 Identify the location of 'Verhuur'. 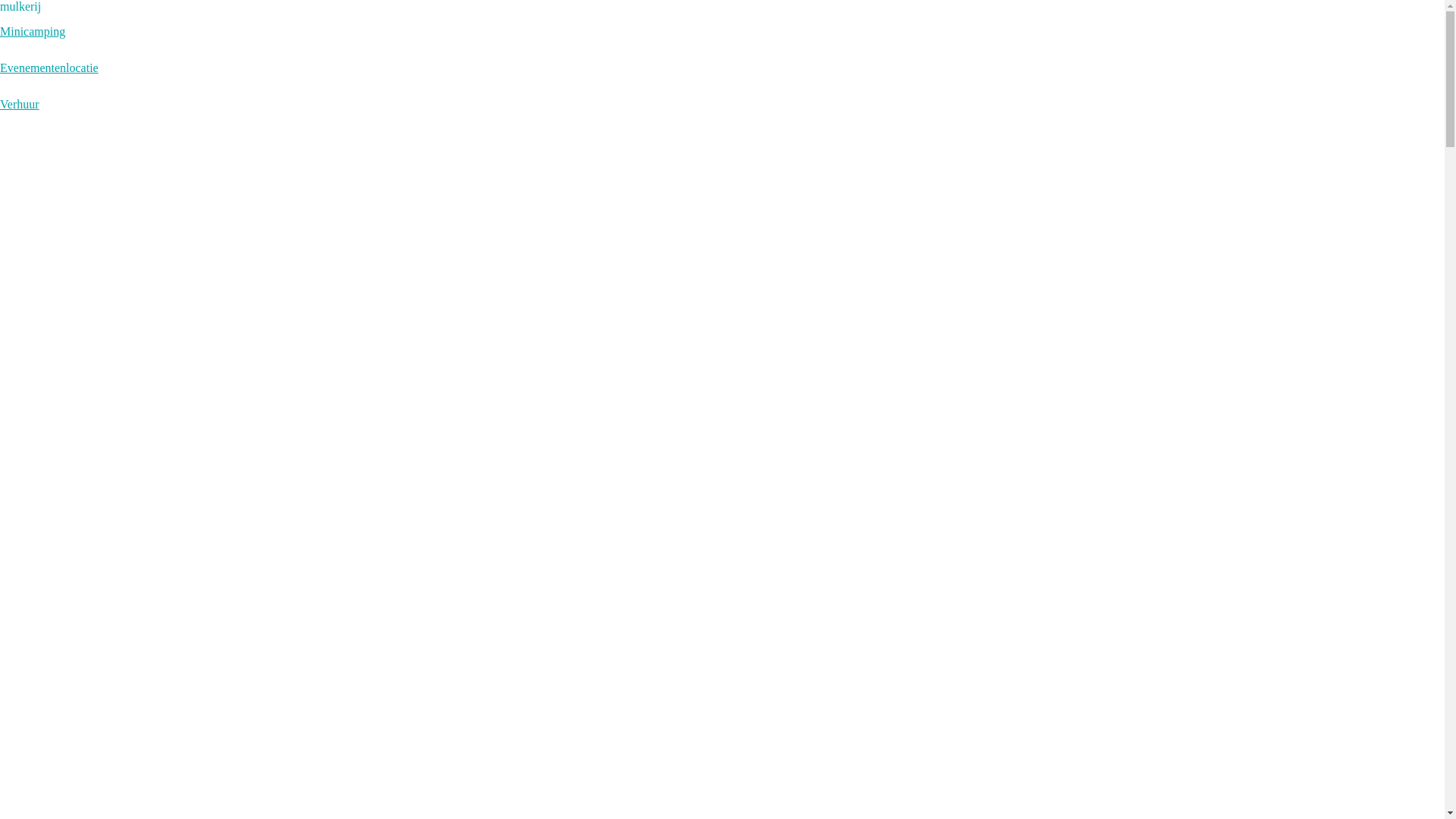
(0, 103).